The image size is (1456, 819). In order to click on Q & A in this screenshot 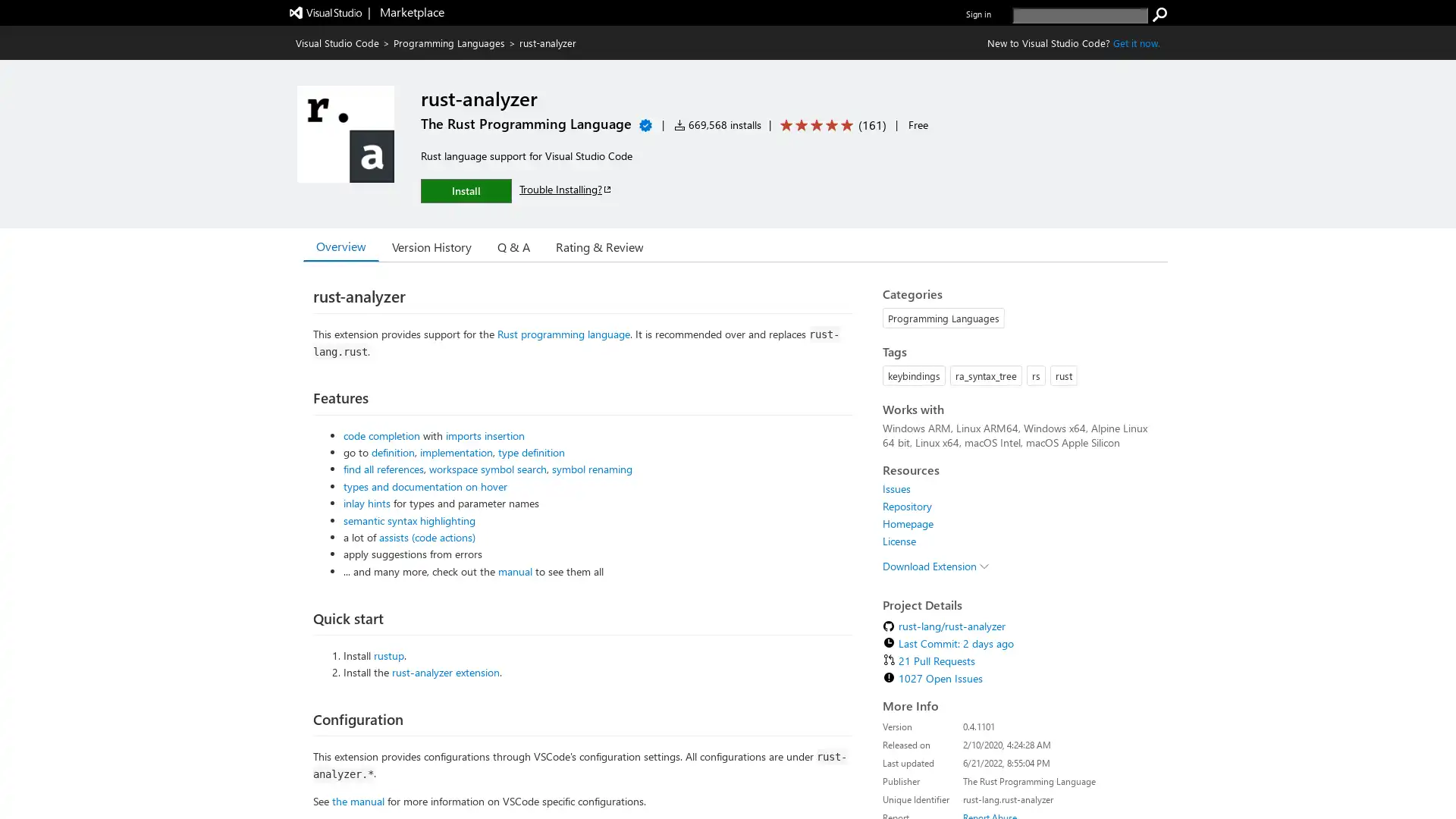, I will do `click(513, 245)`.